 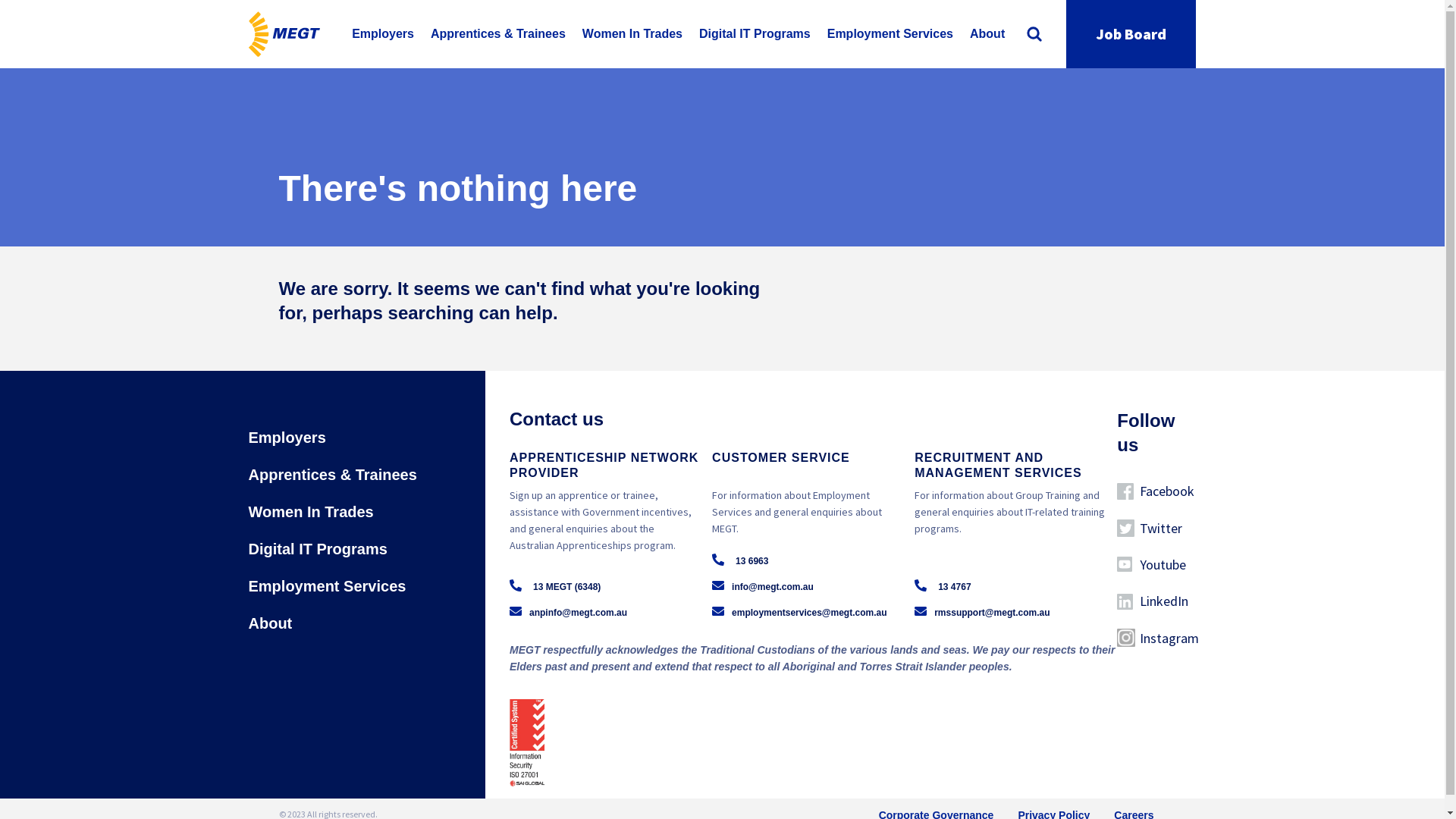 I want to click on '13 6963', so click(x=752, y=561).